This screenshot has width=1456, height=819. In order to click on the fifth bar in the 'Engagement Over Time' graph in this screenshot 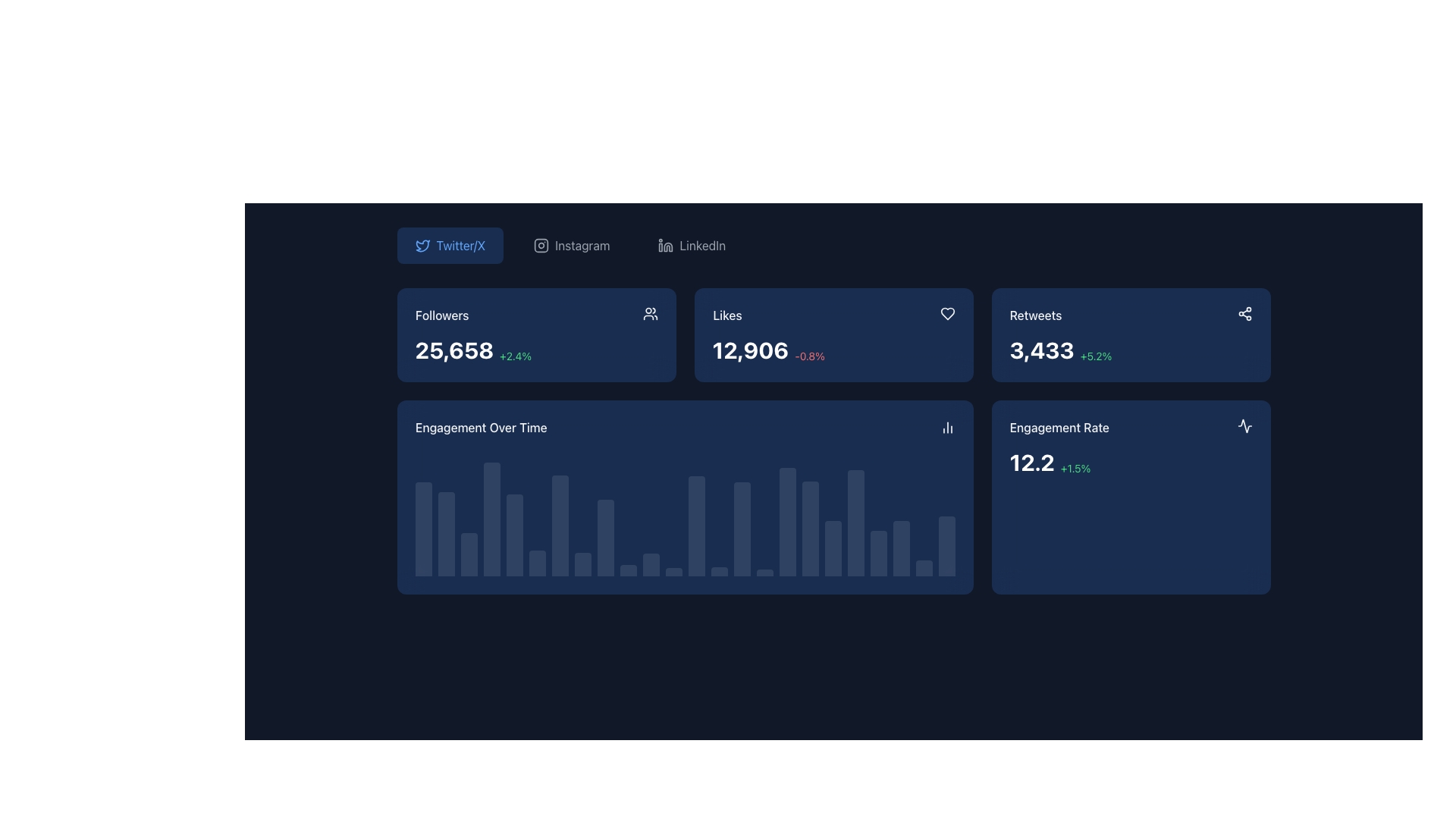, I will do `click(514, 534)`.